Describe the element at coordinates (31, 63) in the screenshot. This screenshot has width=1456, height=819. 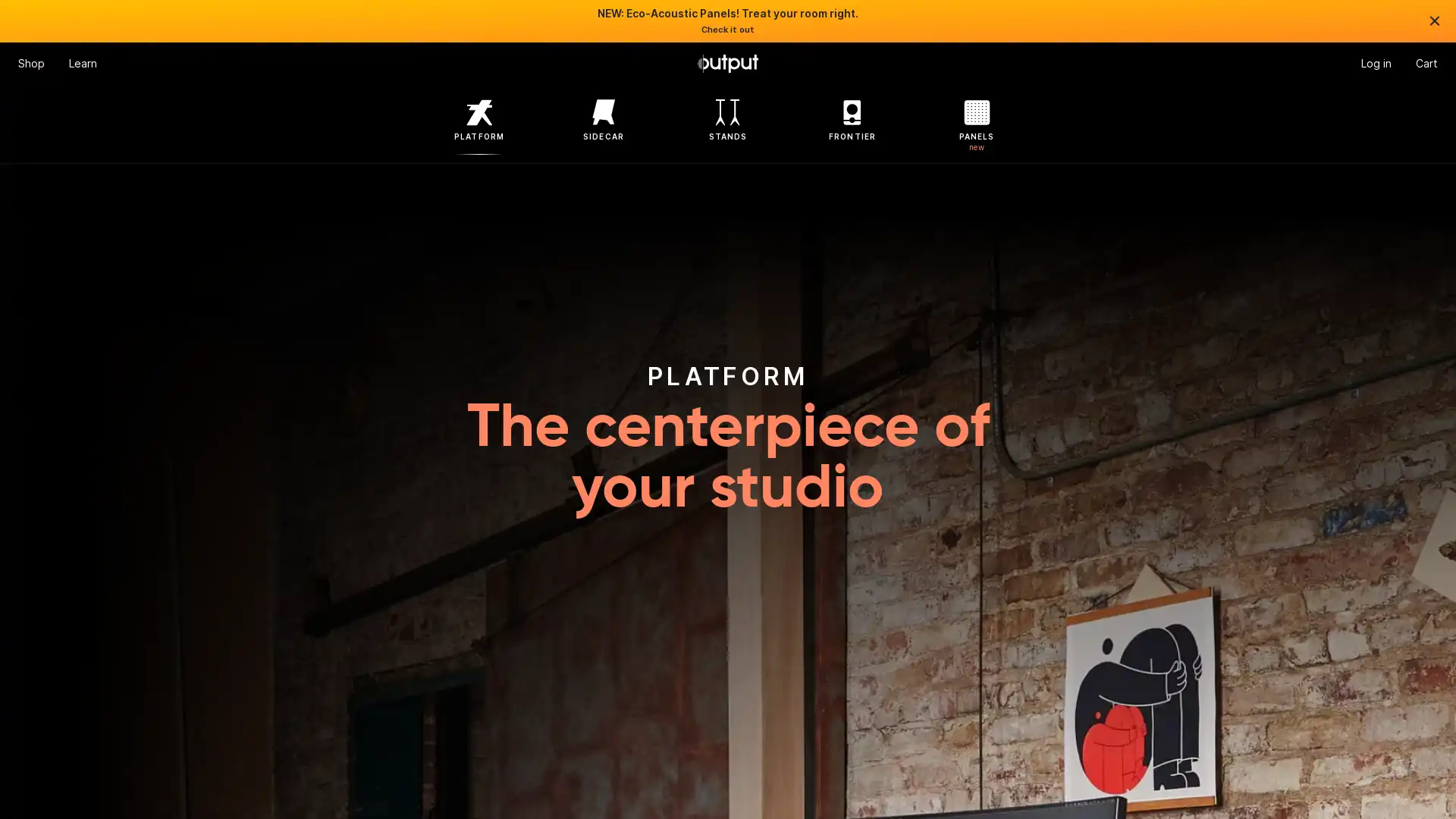
I see `Menu` at that location.